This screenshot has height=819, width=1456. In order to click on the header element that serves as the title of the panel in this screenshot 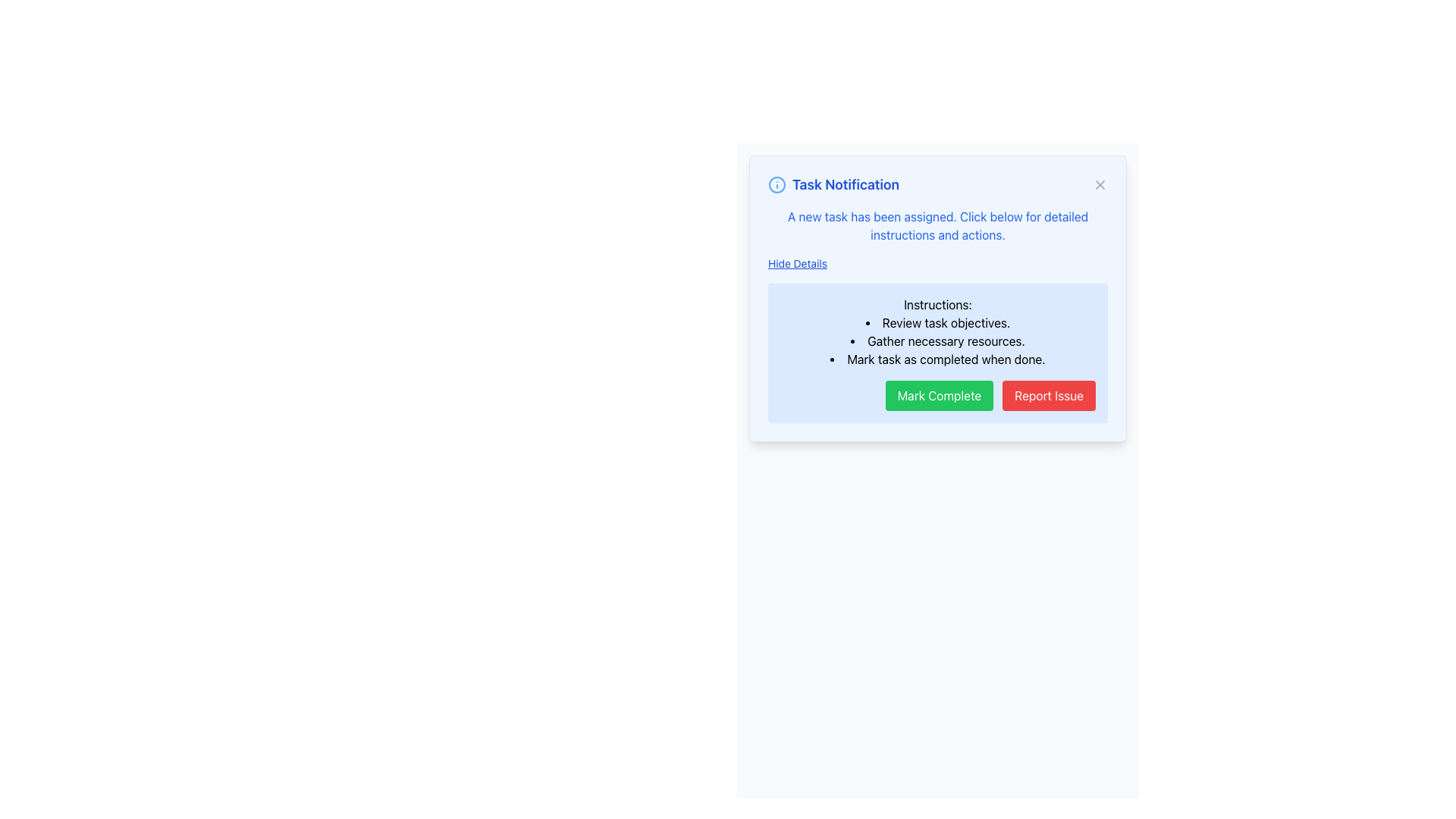, I will do `click(833, 184)`.